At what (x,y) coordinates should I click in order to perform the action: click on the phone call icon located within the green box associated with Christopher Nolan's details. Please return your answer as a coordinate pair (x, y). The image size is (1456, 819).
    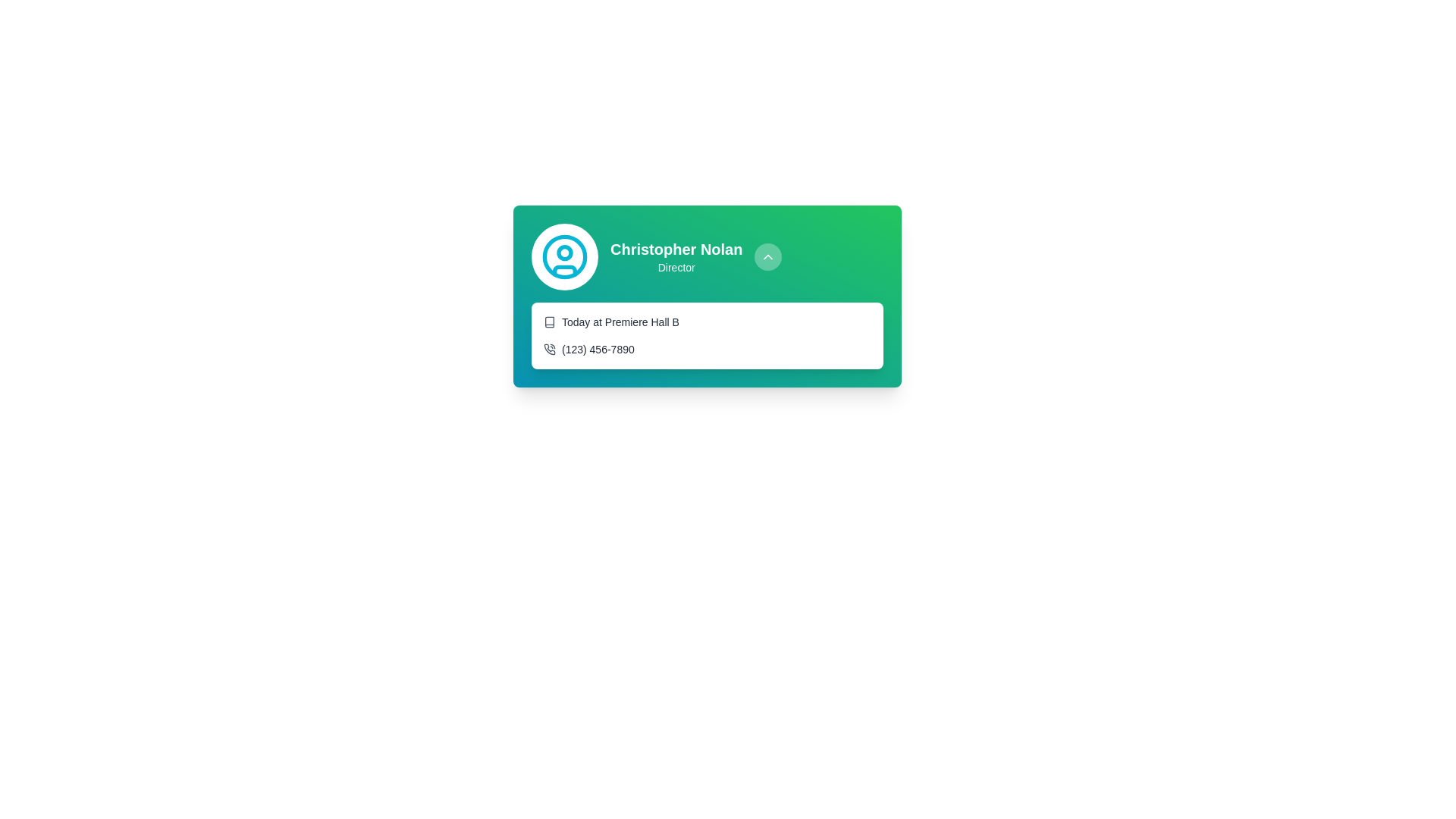
    Looking at the image, I should click on (548, 349).